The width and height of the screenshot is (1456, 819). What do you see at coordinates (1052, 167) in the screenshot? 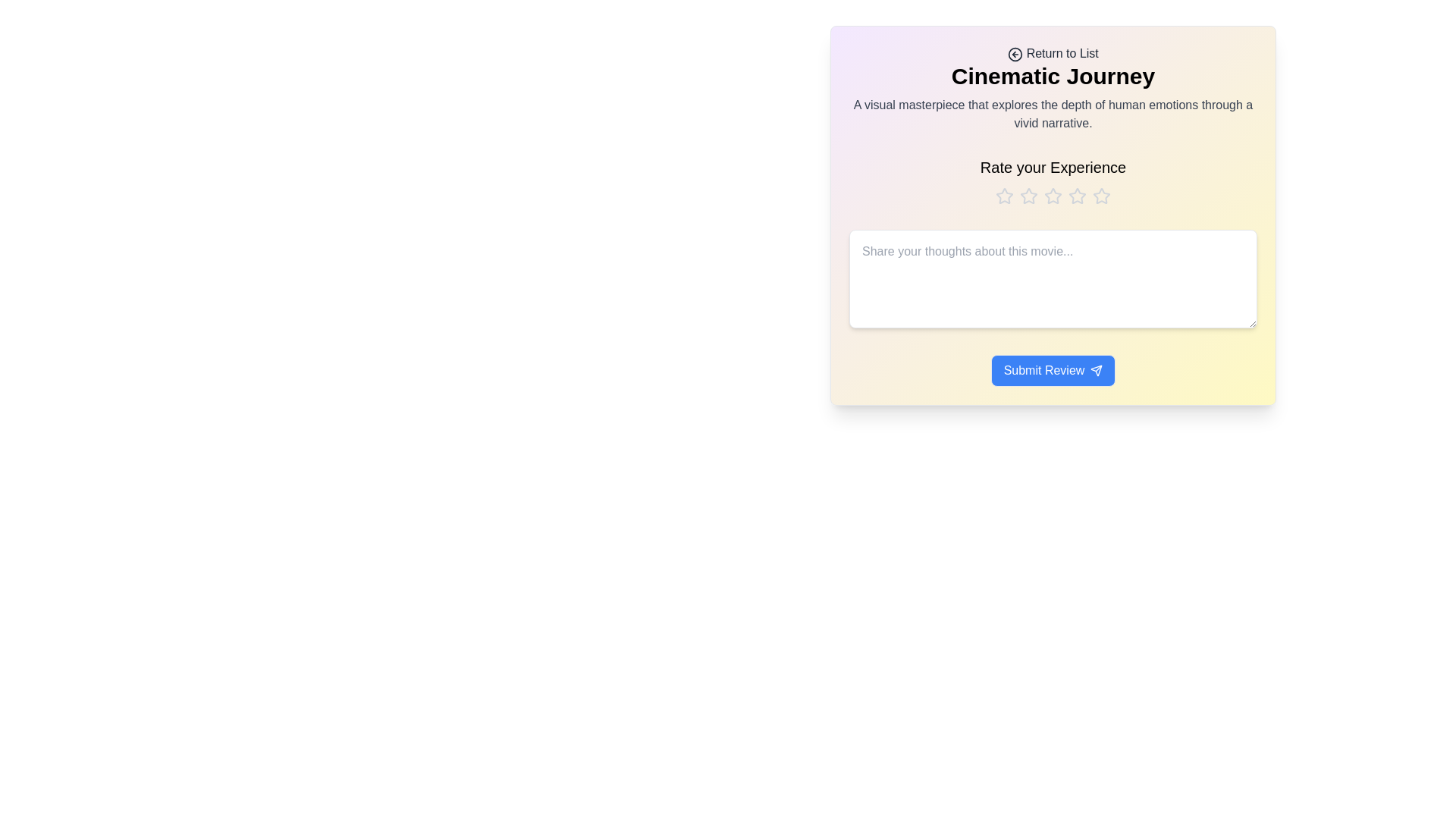
I see `the bold text label reading 'Rate your Experience', which is centrally positioned above the star rating interface` at bounding box center [1052, 167].